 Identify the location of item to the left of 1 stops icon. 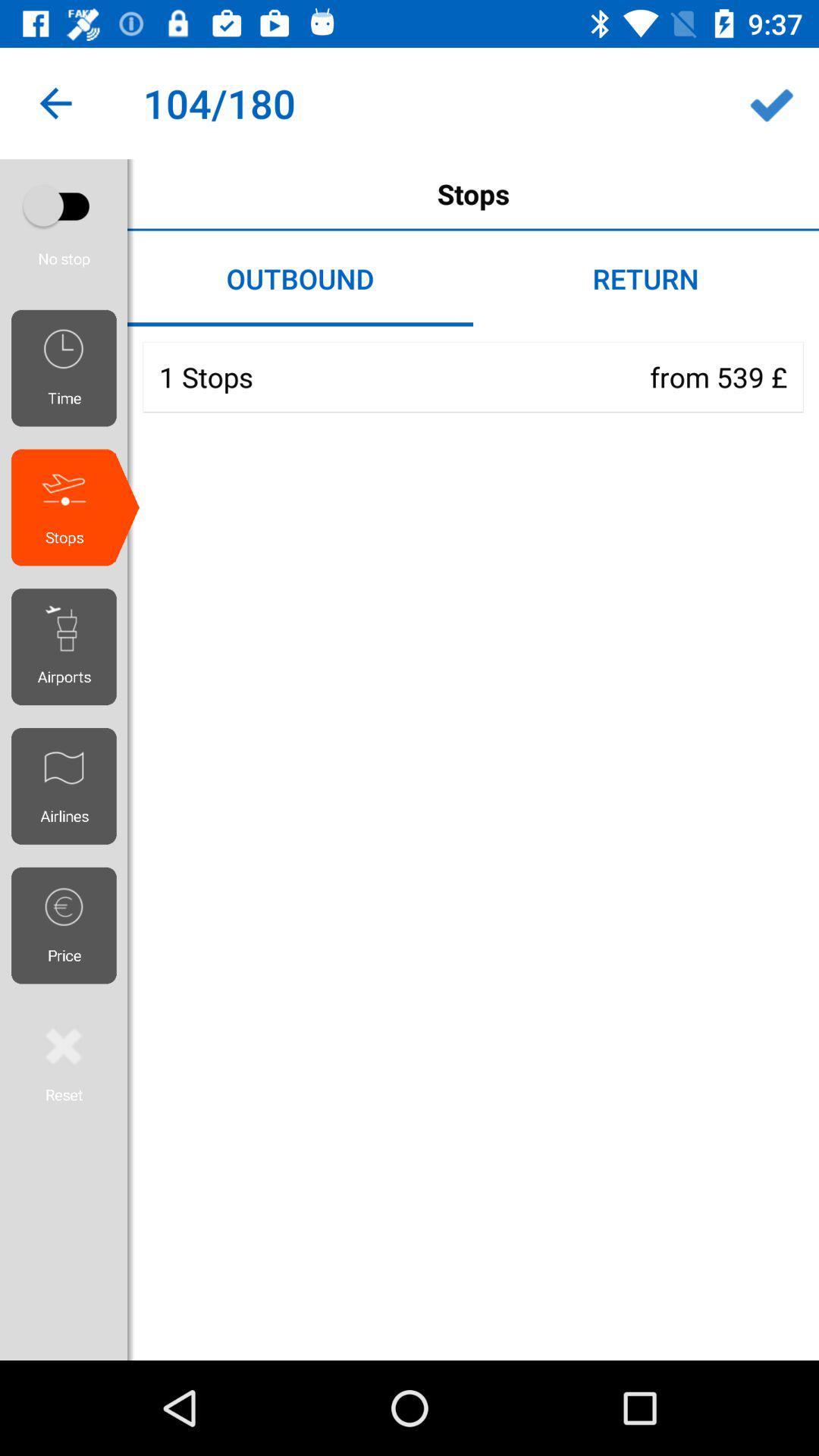
(69, 368).